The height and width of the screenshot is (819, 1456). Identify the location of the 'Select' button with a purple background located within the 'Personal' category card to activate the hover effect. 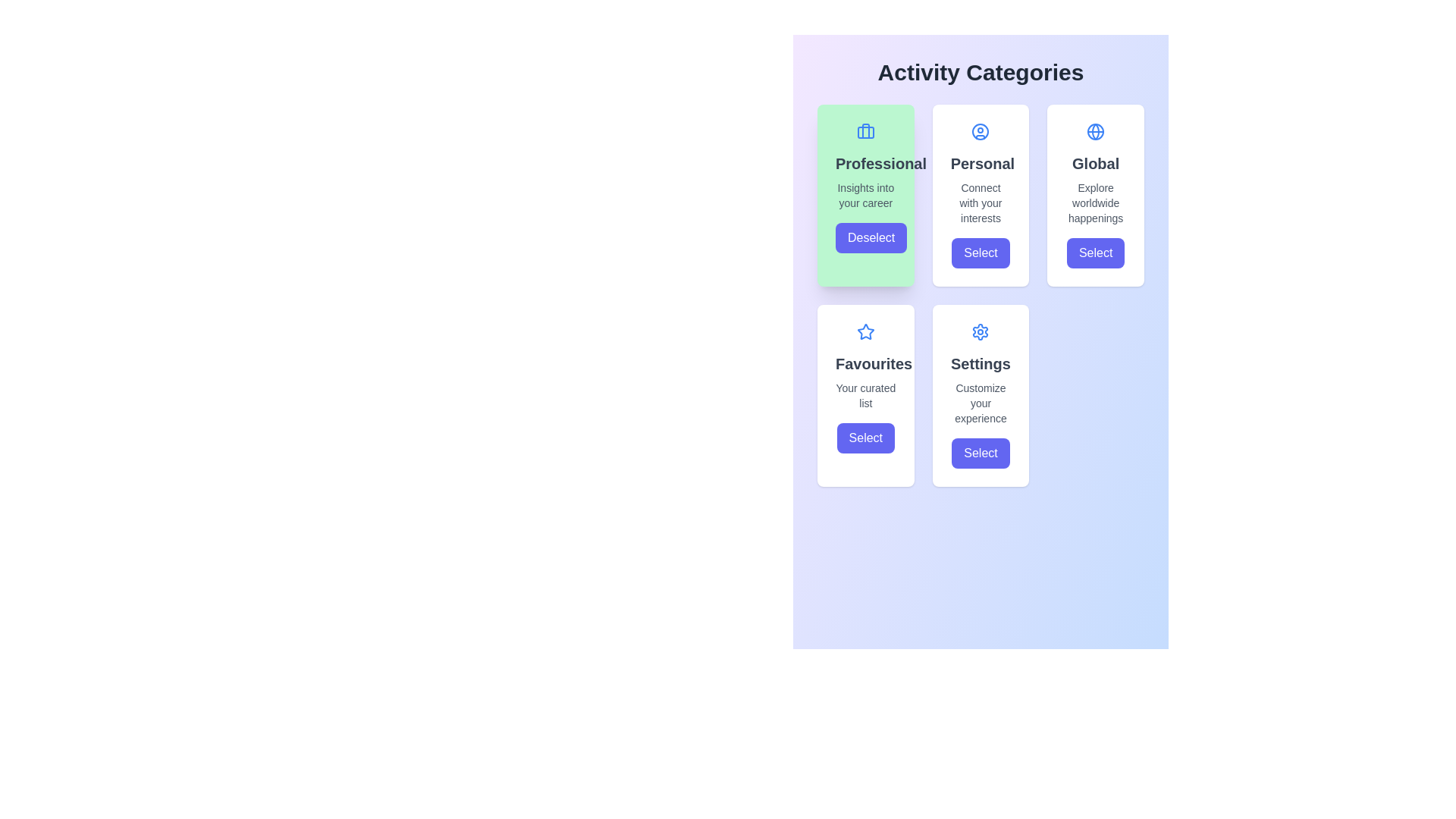
(981, 253).